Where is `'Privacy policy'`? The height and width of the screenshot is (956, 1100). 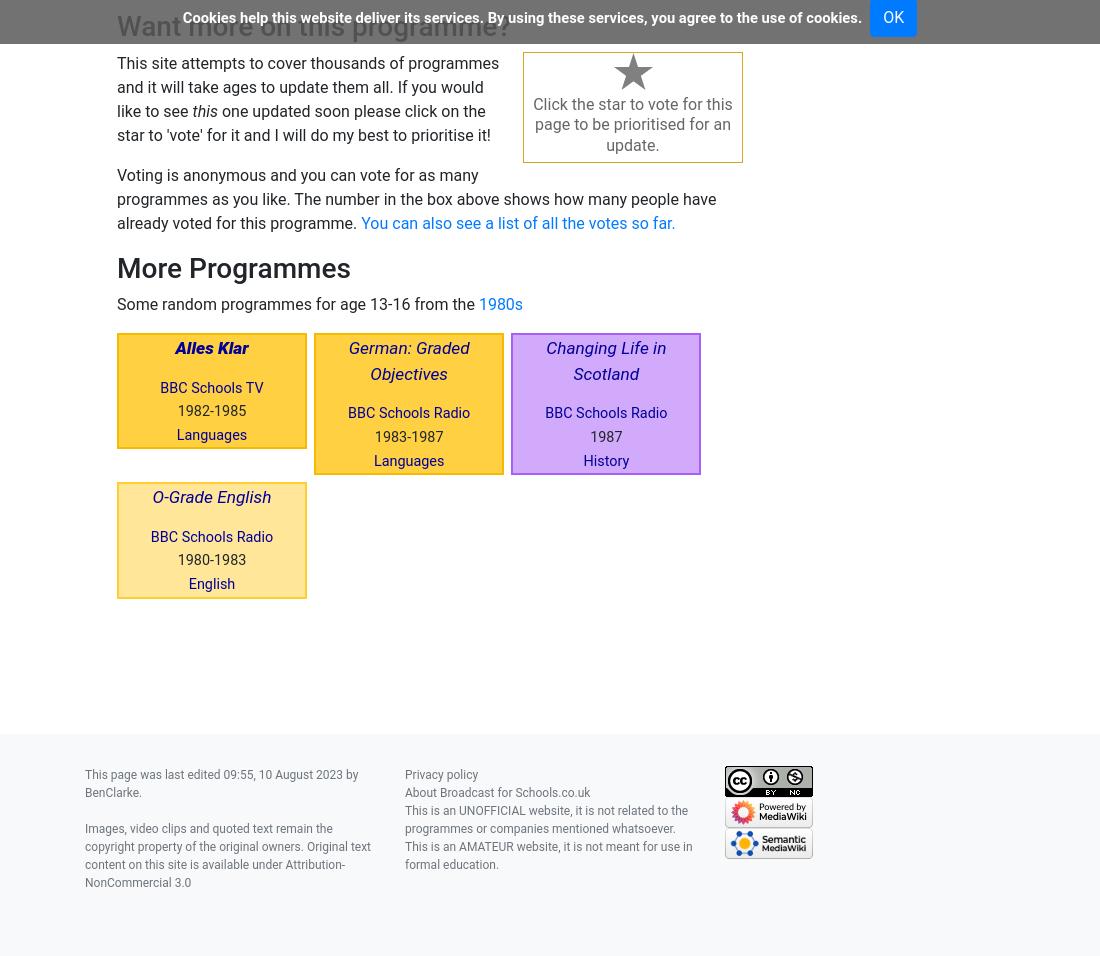
'Privacy policy' is located at coordinates (440, 772).